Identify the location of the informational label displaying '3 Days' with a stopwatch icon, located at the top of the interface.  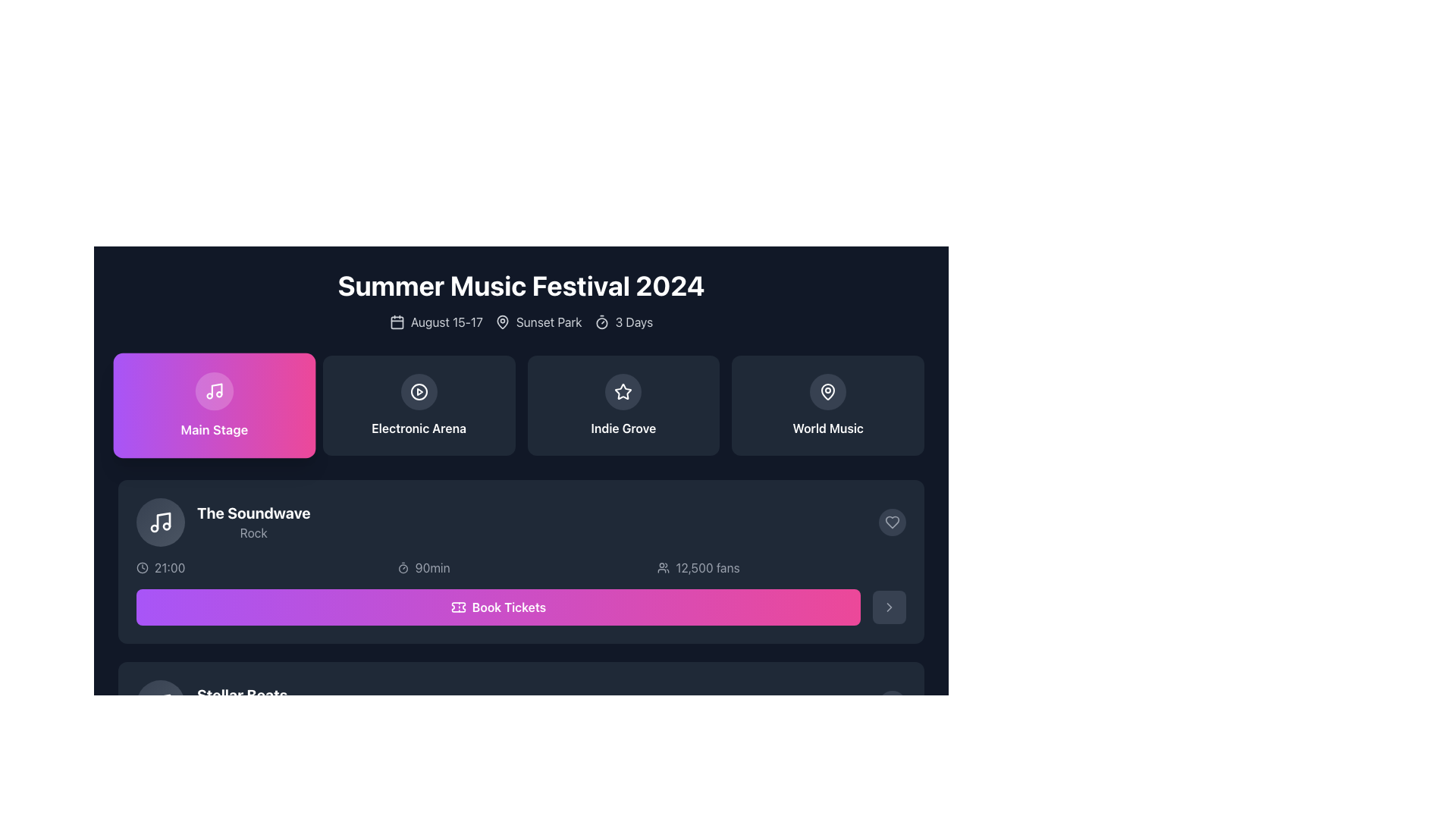
(623, 321).